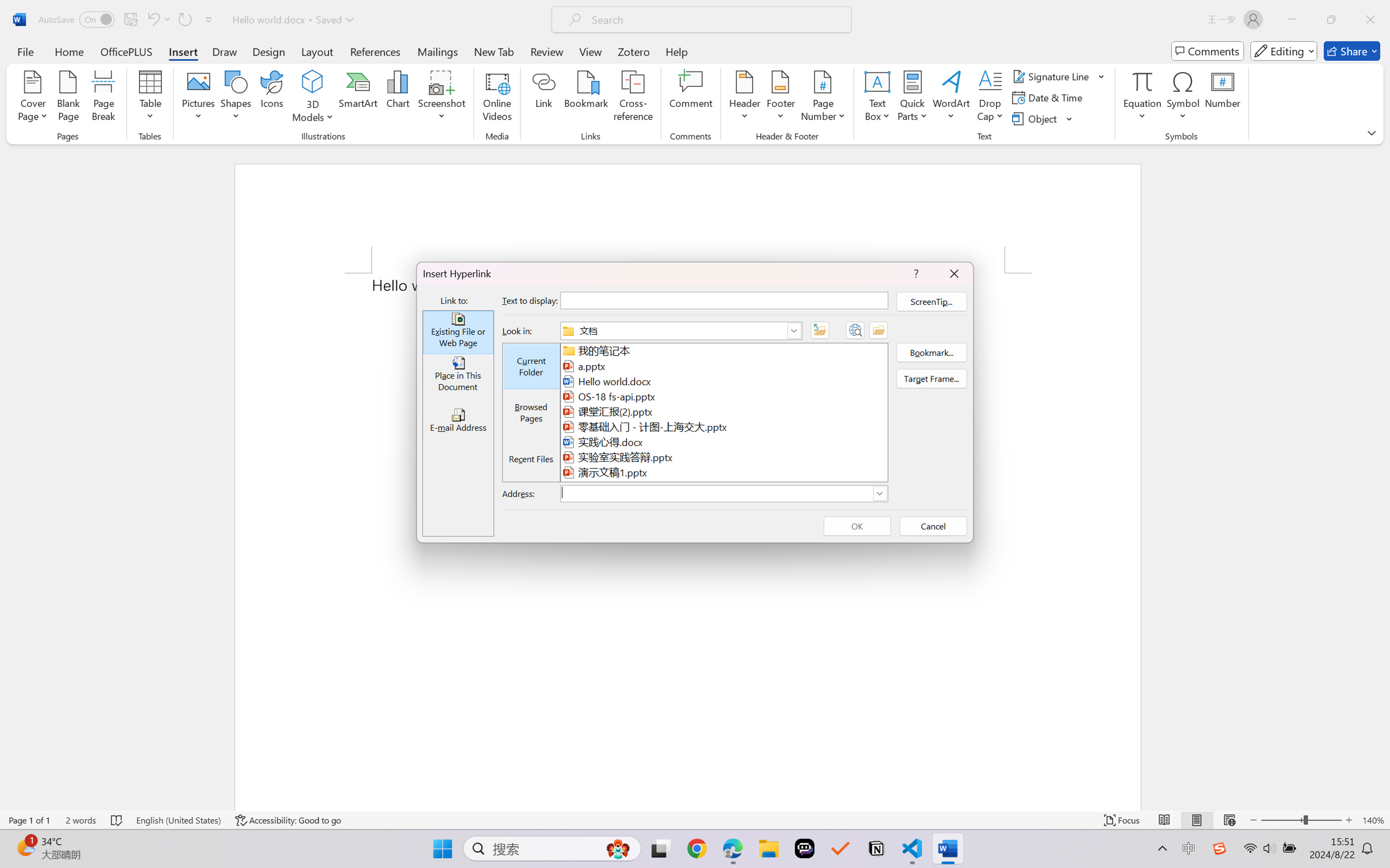 This screenshot has width=1390, height=868. I want to click on 'Cancel', so click(933, 526).